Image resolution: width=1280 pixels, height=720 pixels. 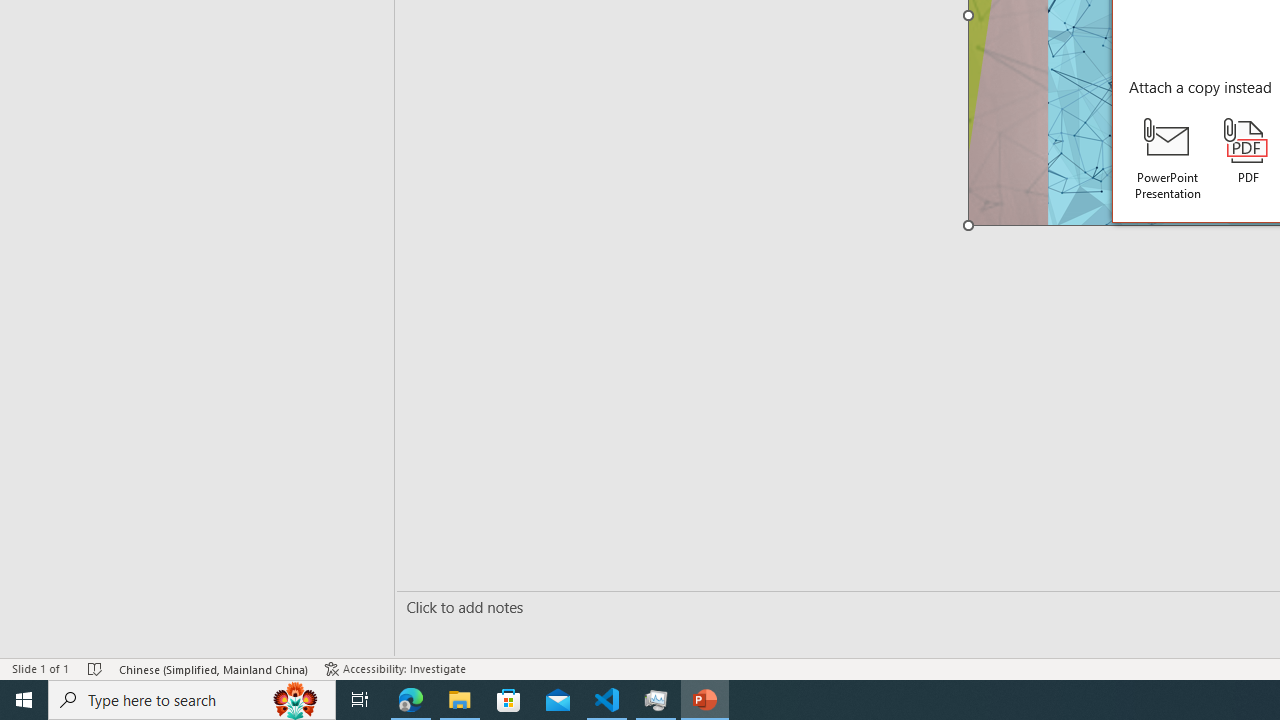 I want to click on 'Search highlights icon opens search home window', so click(x=294, y=698).